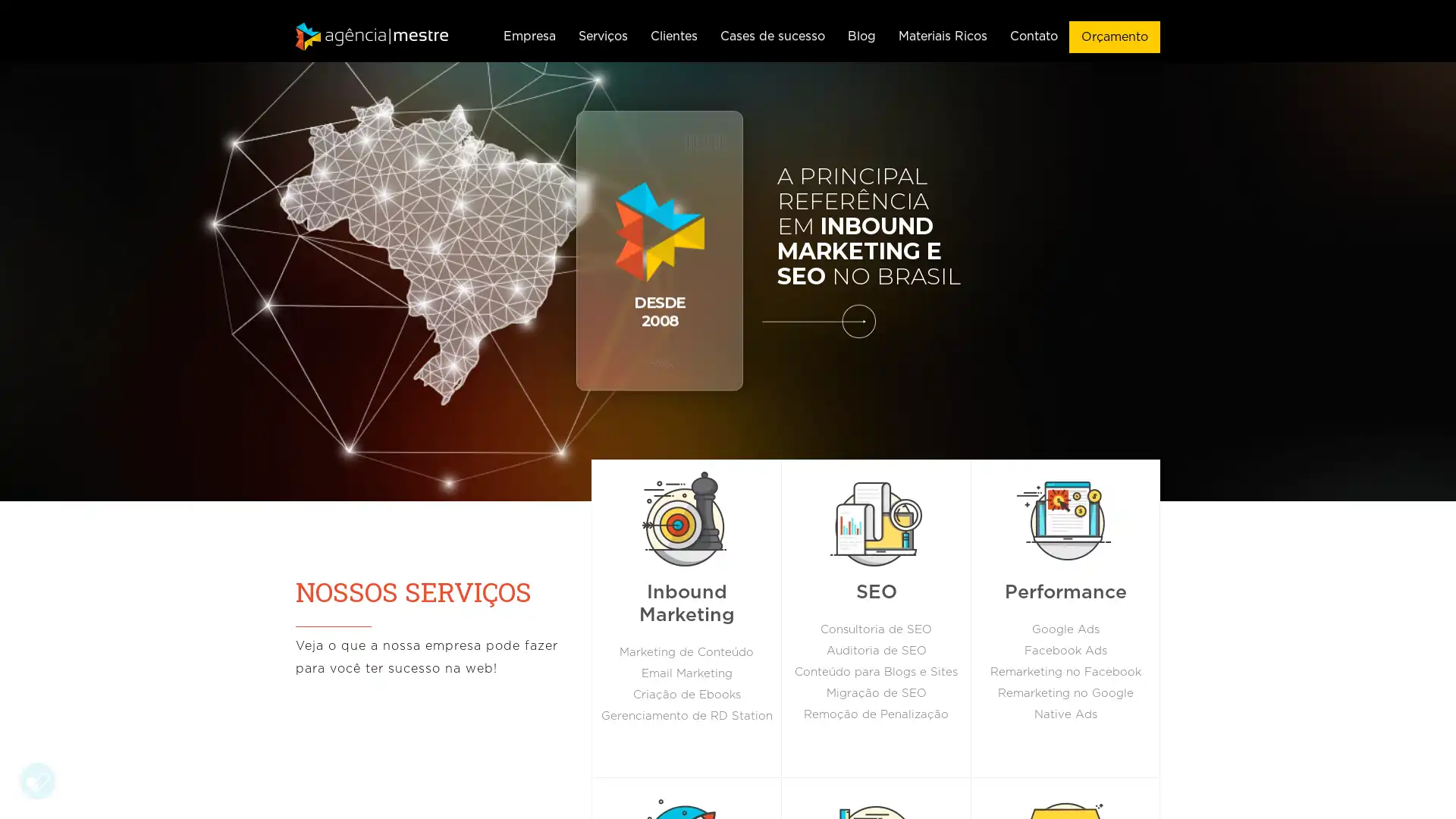 The width and height of the screenshot is (1456, 819). What do you see at coordinates (254, 733) in the screenshot?
I see `ACCEPT` at bounding box center [254, 733].